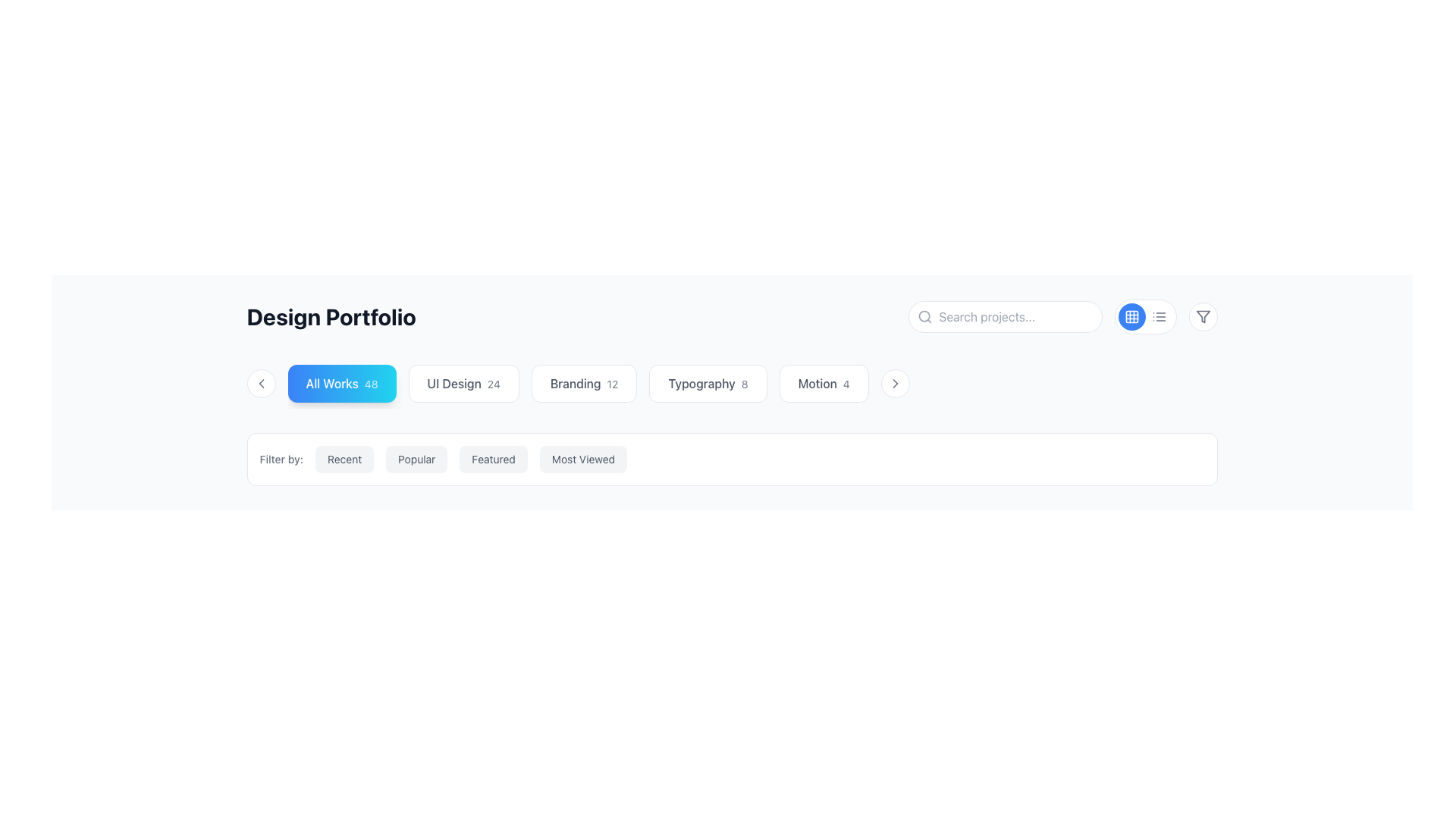 This screenshot has width=1456, height=819. I want to click on the filter activation icon button located in the top-right corner of the interface, so click(1202, 315).